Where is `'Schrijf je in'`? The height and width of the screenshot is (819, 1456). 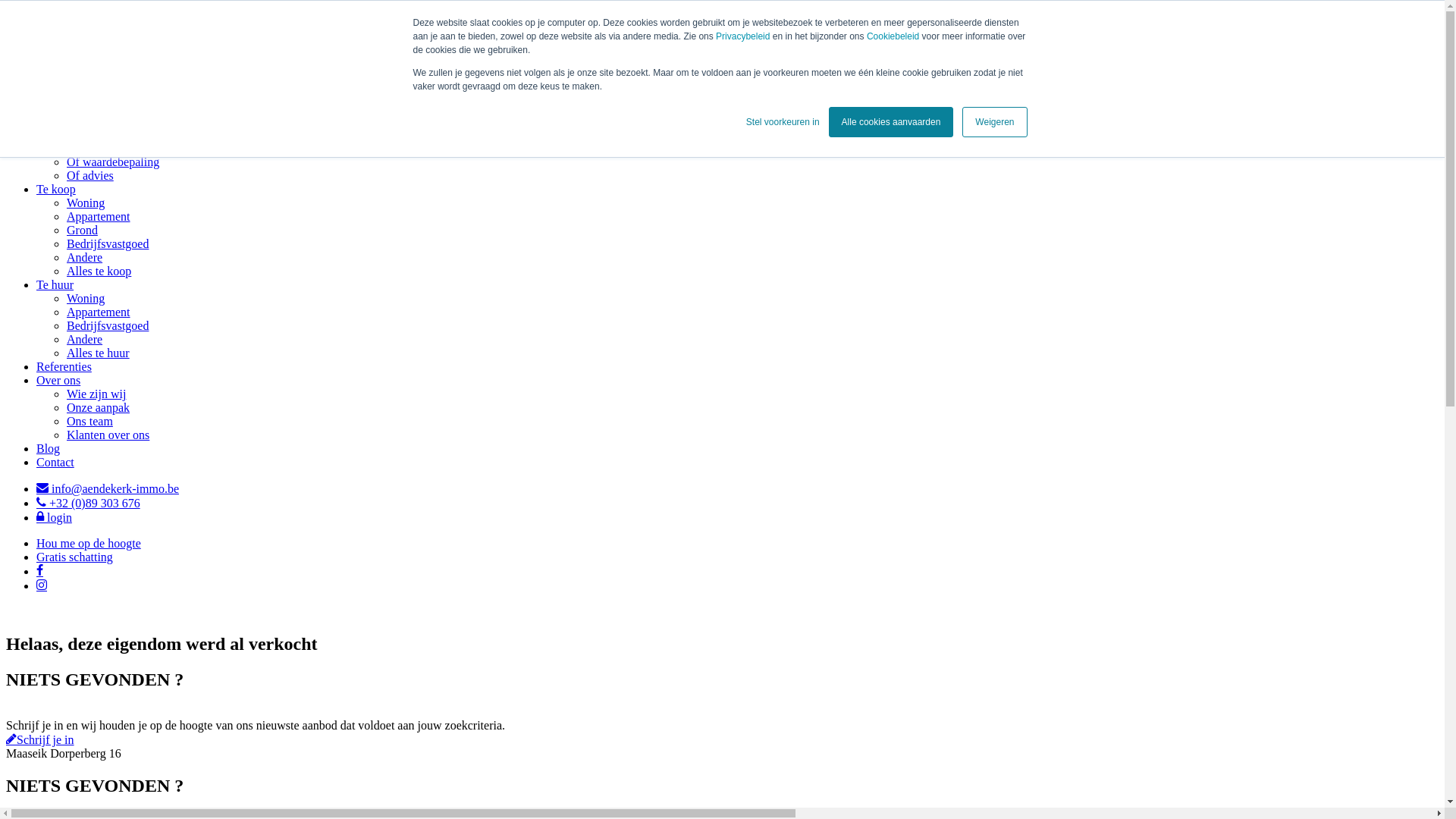
'Schrijf je in' is located at coordinates (39, 739).